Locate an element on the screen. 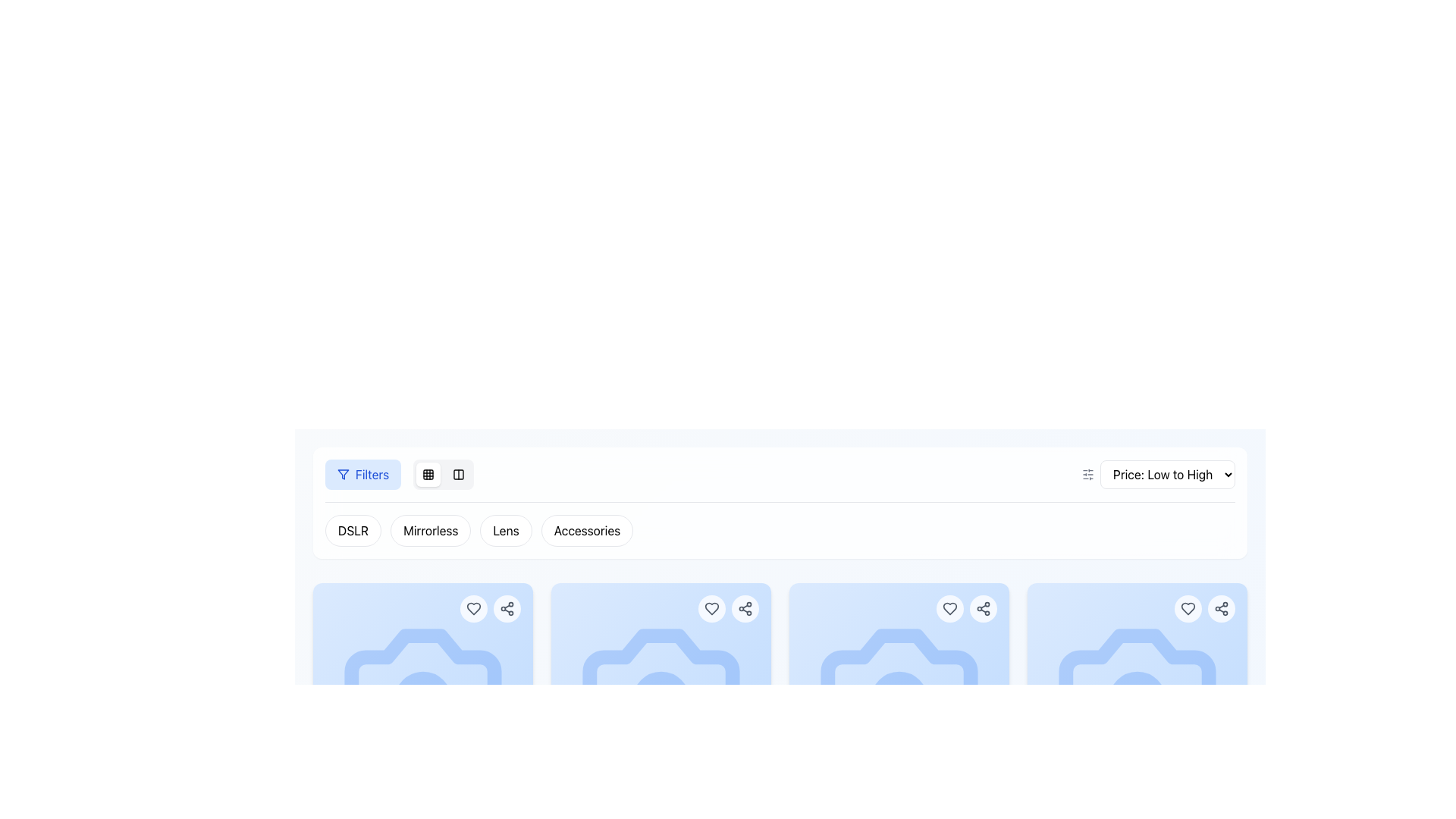  the heart-shaped icon with a gray outline is located at coordinates (711, 607).